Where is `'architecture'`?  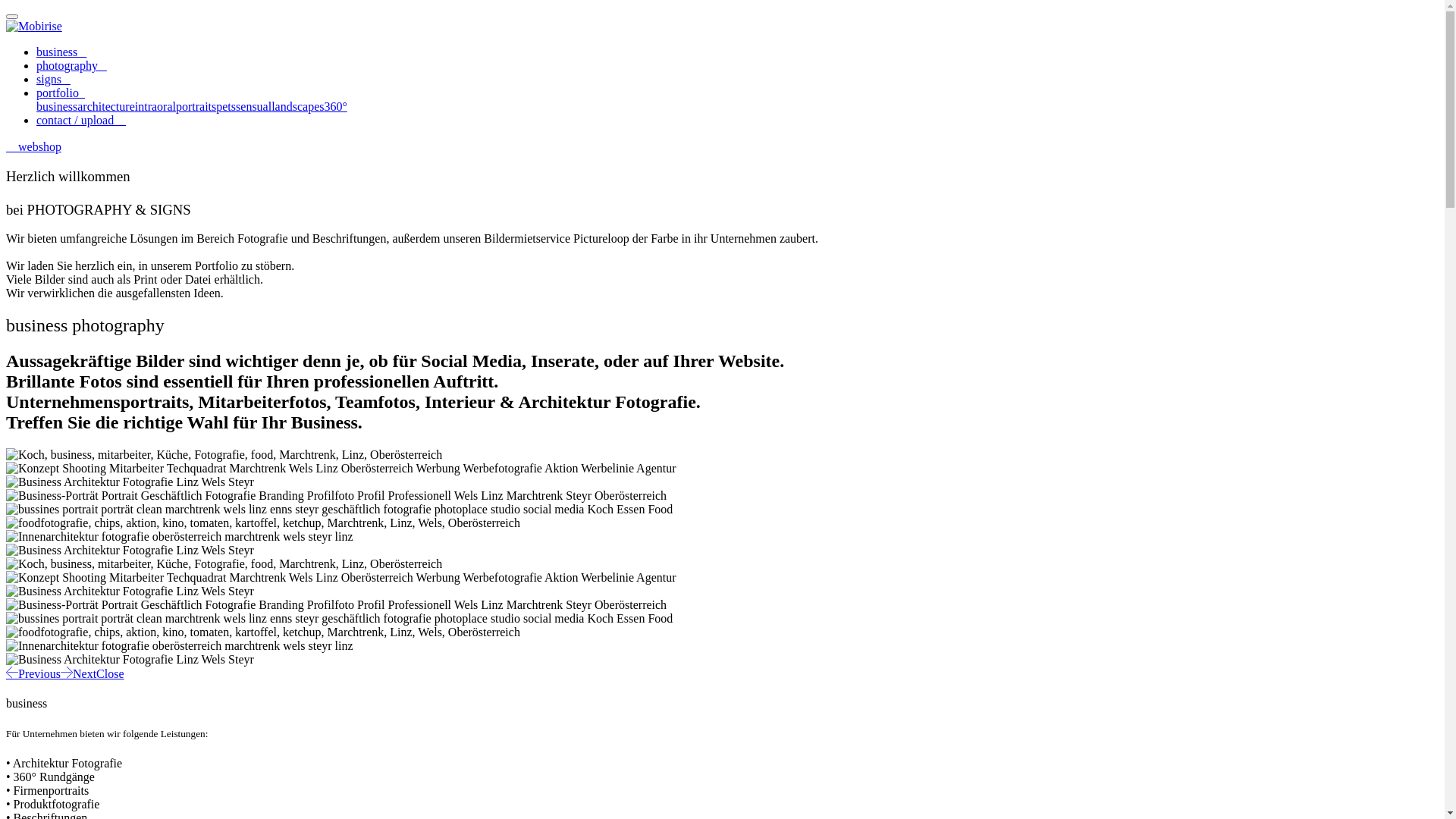
'architecture' is located at coordinates (105, 105).